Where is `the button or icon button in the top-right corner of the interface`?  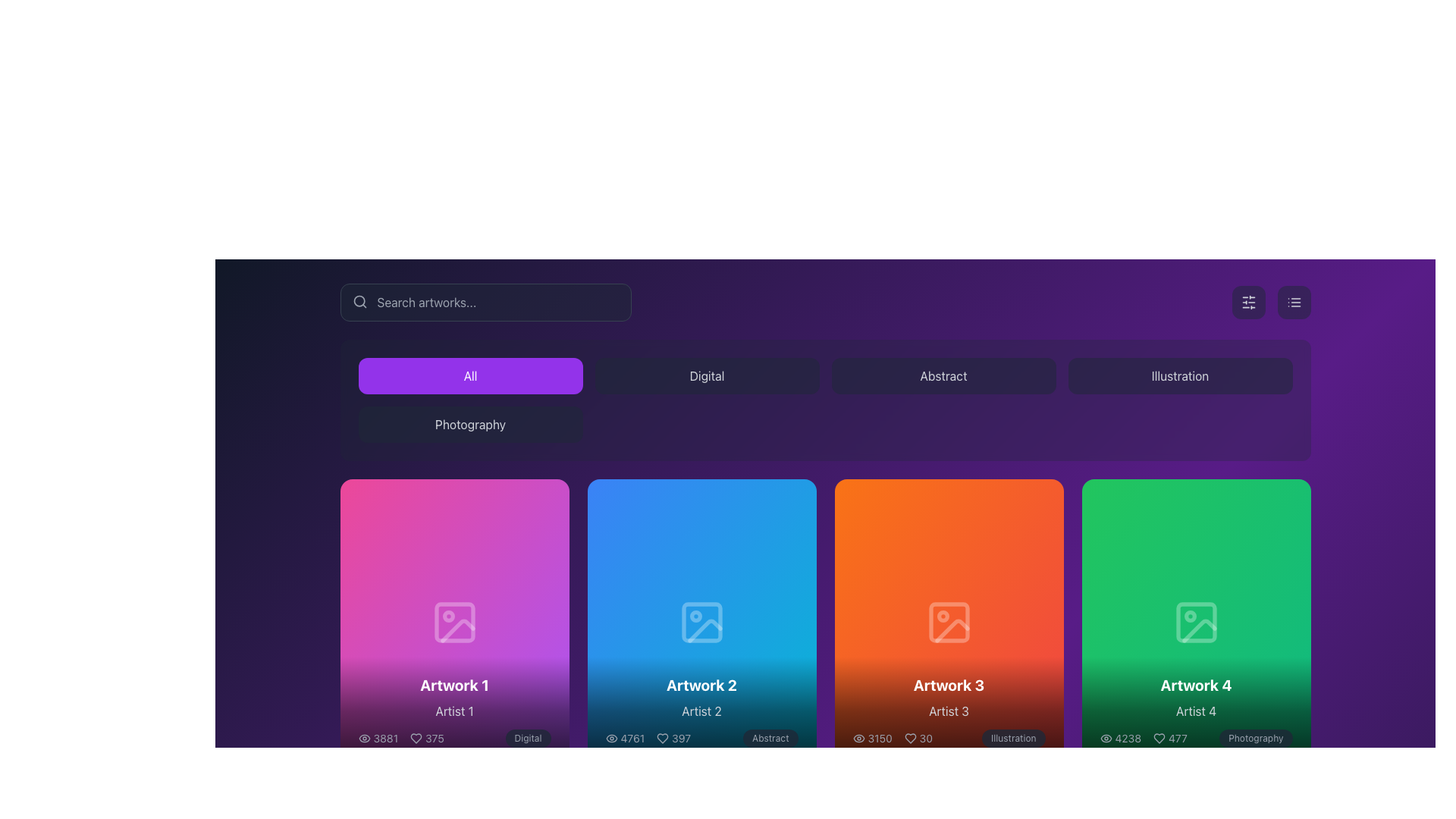 the button or icon button in the top-right corner of the interface is located at coordinates (1248, 302).